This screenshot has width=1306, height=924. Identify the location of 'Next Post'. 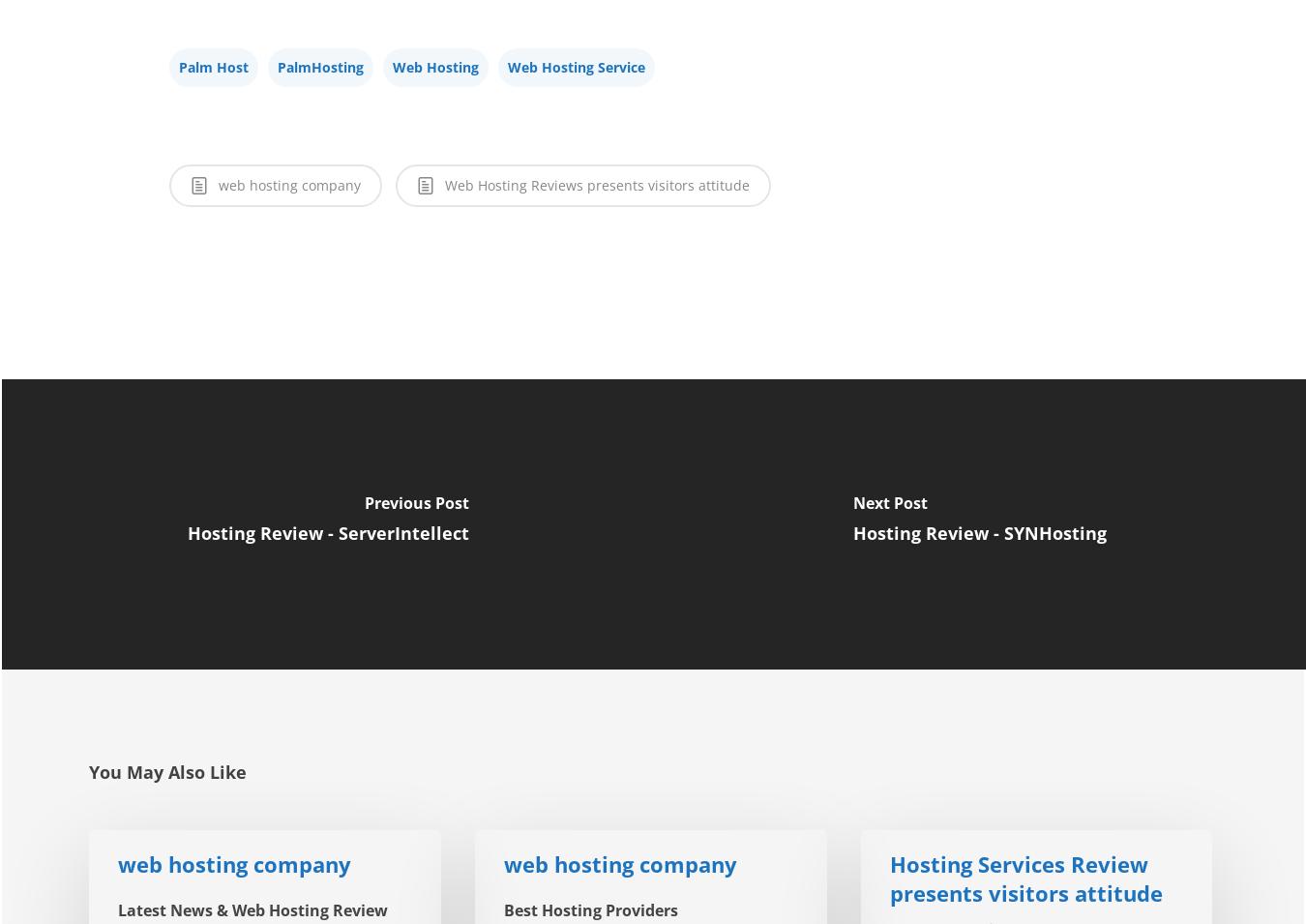
(889, 502).